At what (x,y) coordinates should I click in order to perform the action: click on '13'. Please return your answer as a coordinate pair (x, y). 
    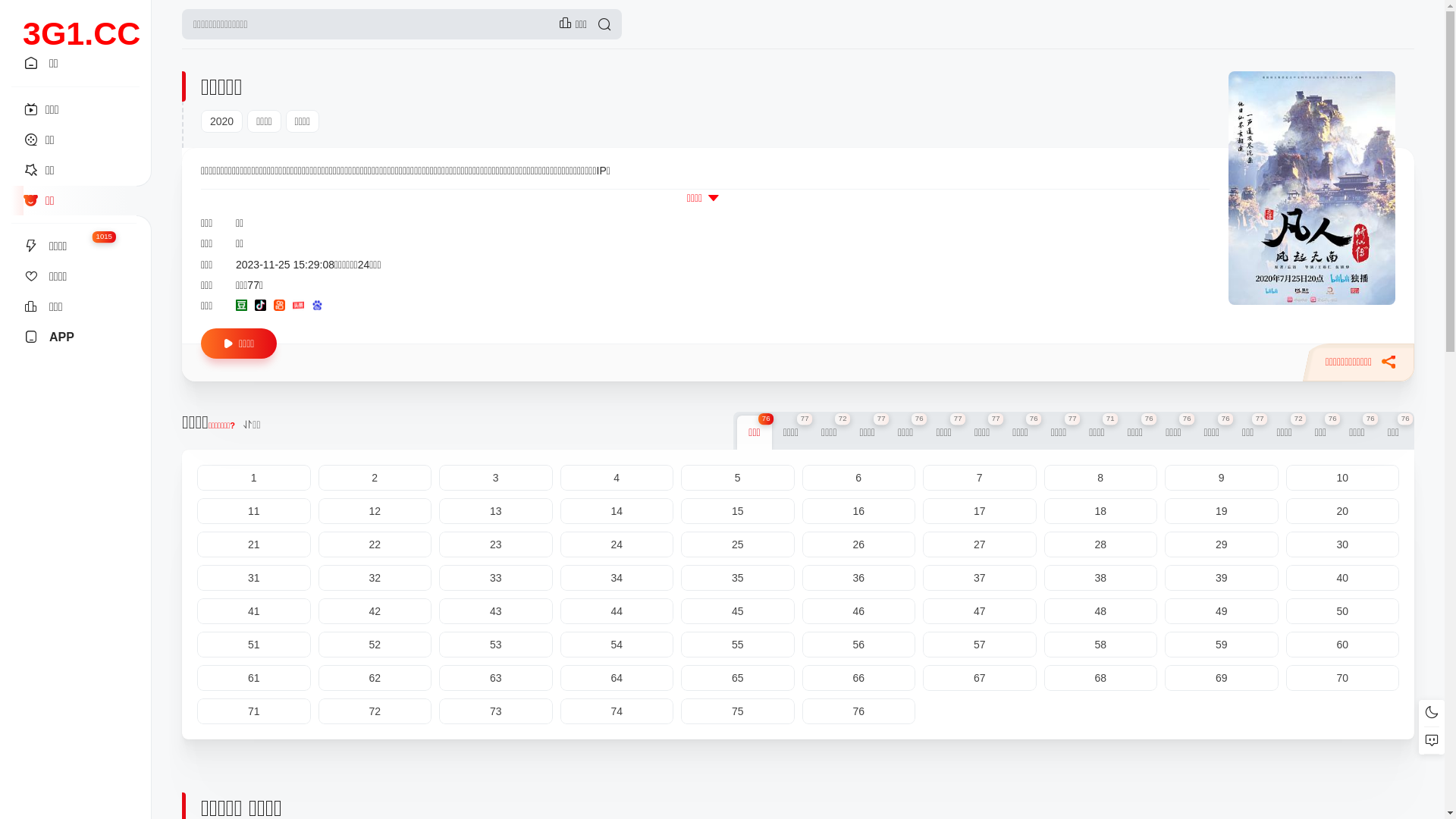
    Looking at the image, I should click on (495, 511).